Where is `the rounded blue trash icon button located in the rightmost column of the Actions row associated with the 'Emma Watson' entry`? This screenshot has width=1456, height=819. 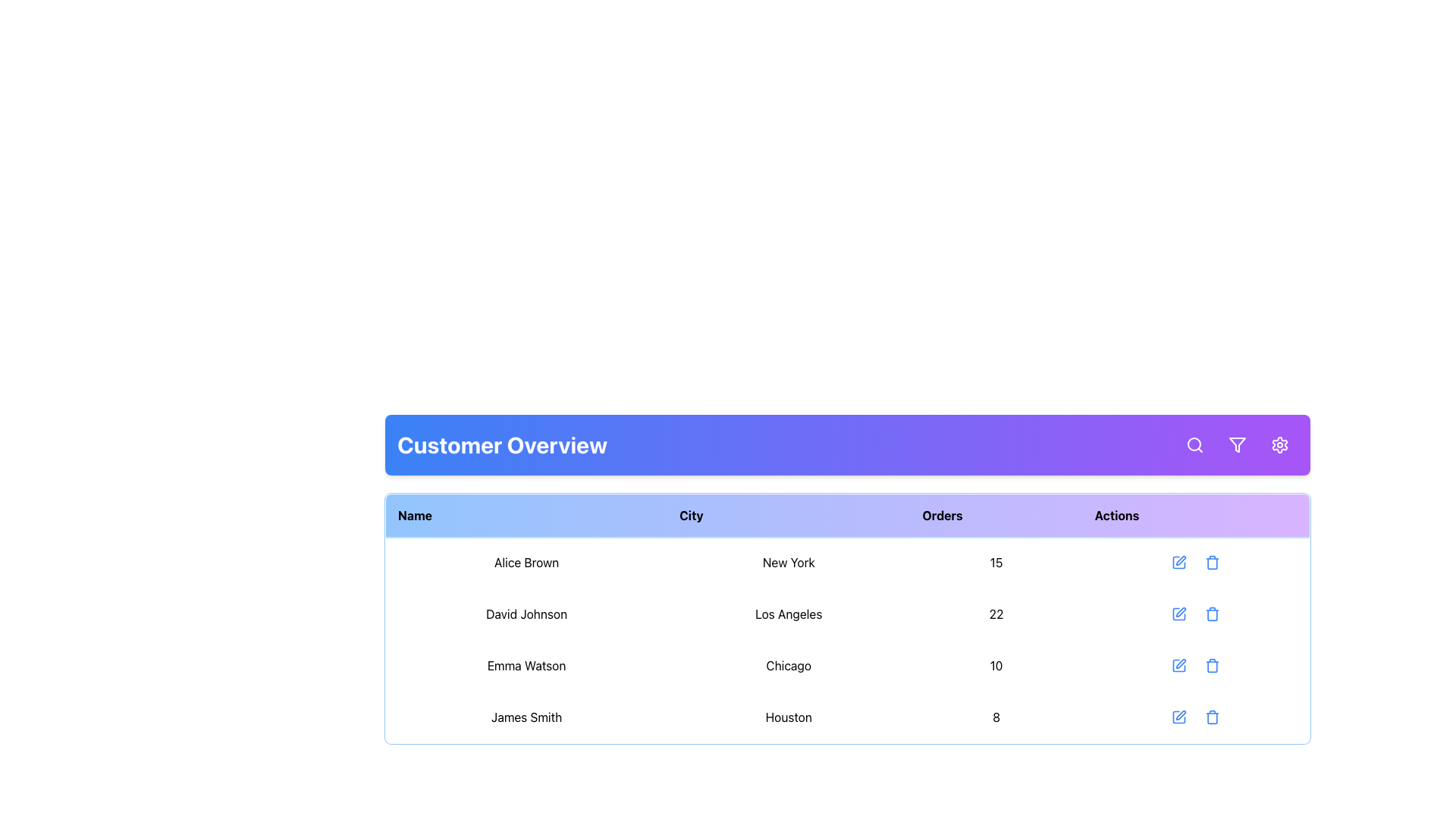
the rounded blue trash icon button located in the rightmost column of the Actions row associated with the 'Emma Watson' entry is located at coordinates (1212, 665).